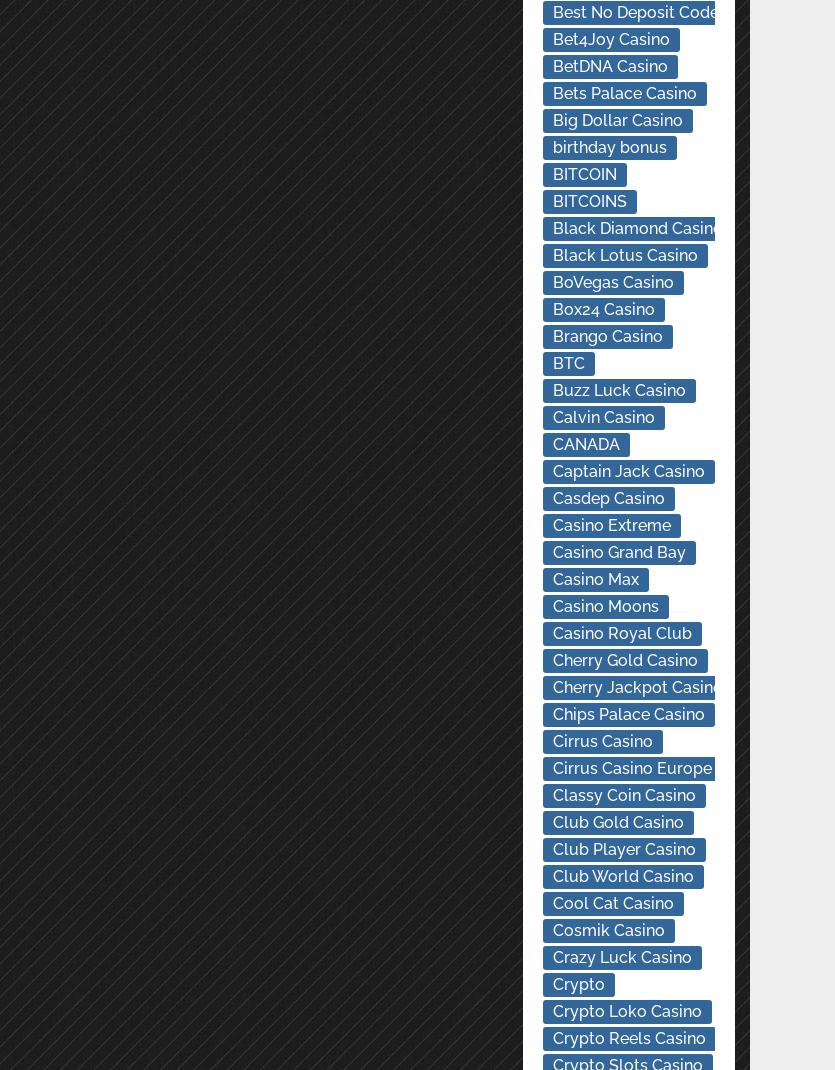  Describe the element at coordinates (602, 416) in the screenshot. I see `'Calvin Casino'` at that location.